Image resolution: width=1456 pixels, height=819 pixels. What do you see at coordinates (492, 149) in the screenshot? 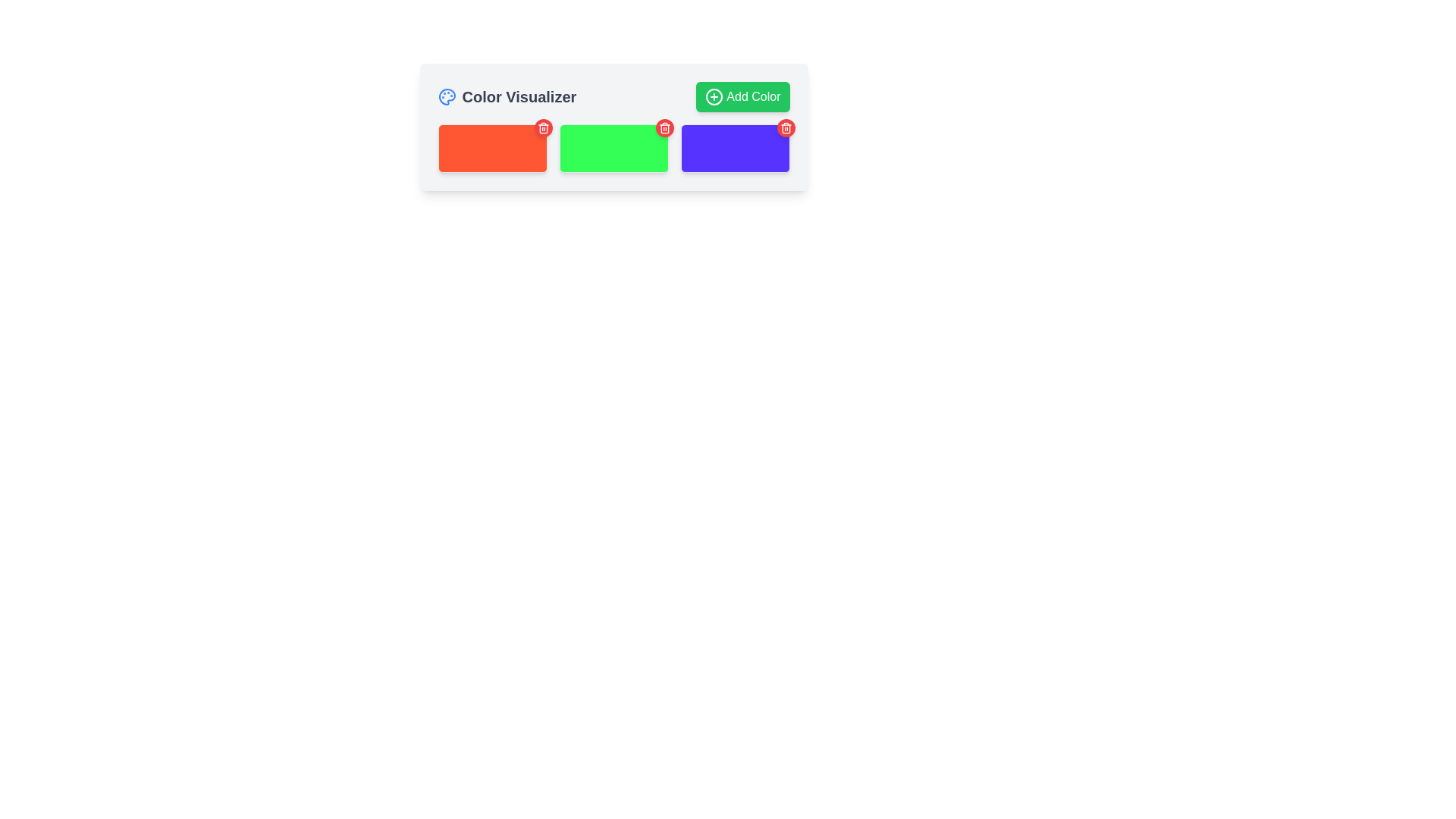
I see `the red button with rounded corners located in the first column of the grid layout beneath the 'Color Visualizer' label` at bounding box center [492, 149].